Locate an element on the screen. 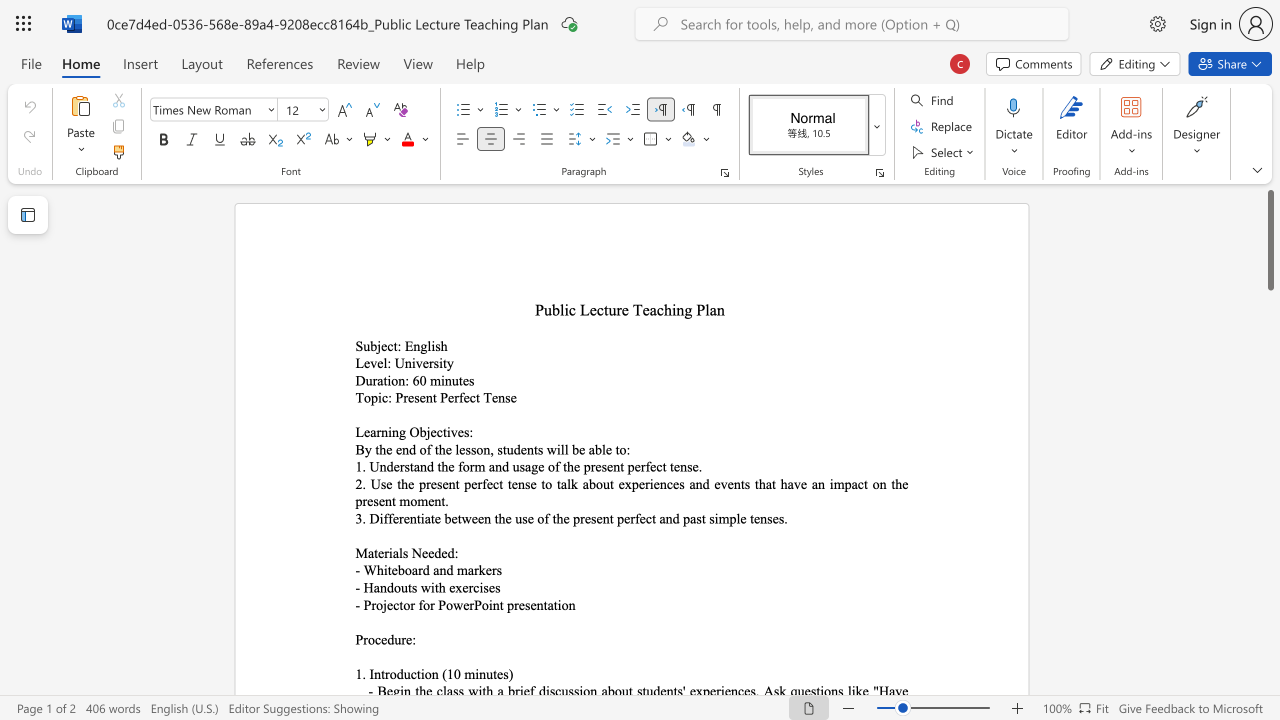 Image resolution: width=1280 pixels, height=720 pixels. the 2th character "l" in the text is located at coordinates (707, 310).